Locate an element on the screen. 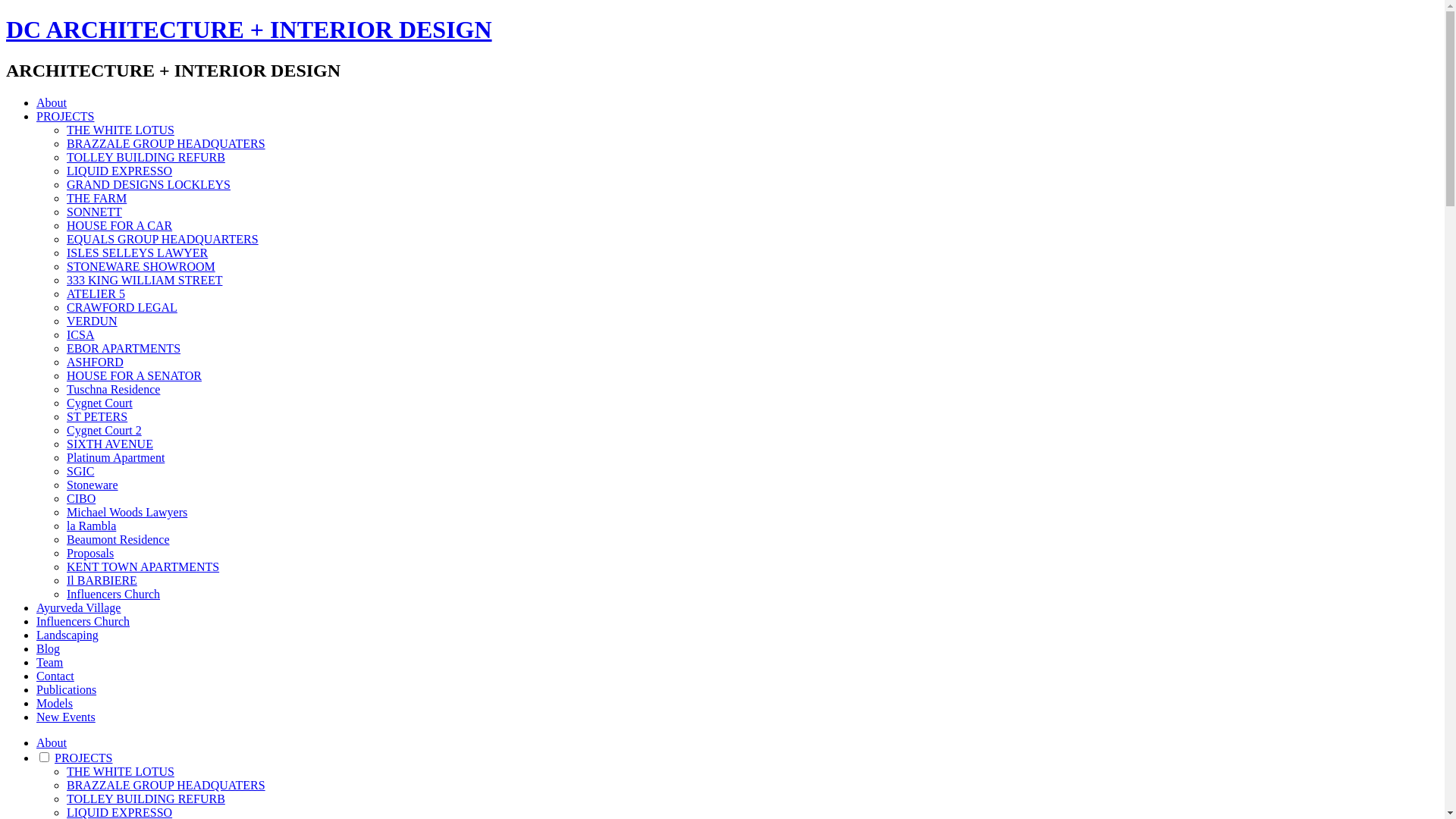 The width and height of the screenshot is (1456, 819). 'BRAZZALE GROUP HEADQUATERS' is located at coordinates (166, 785).